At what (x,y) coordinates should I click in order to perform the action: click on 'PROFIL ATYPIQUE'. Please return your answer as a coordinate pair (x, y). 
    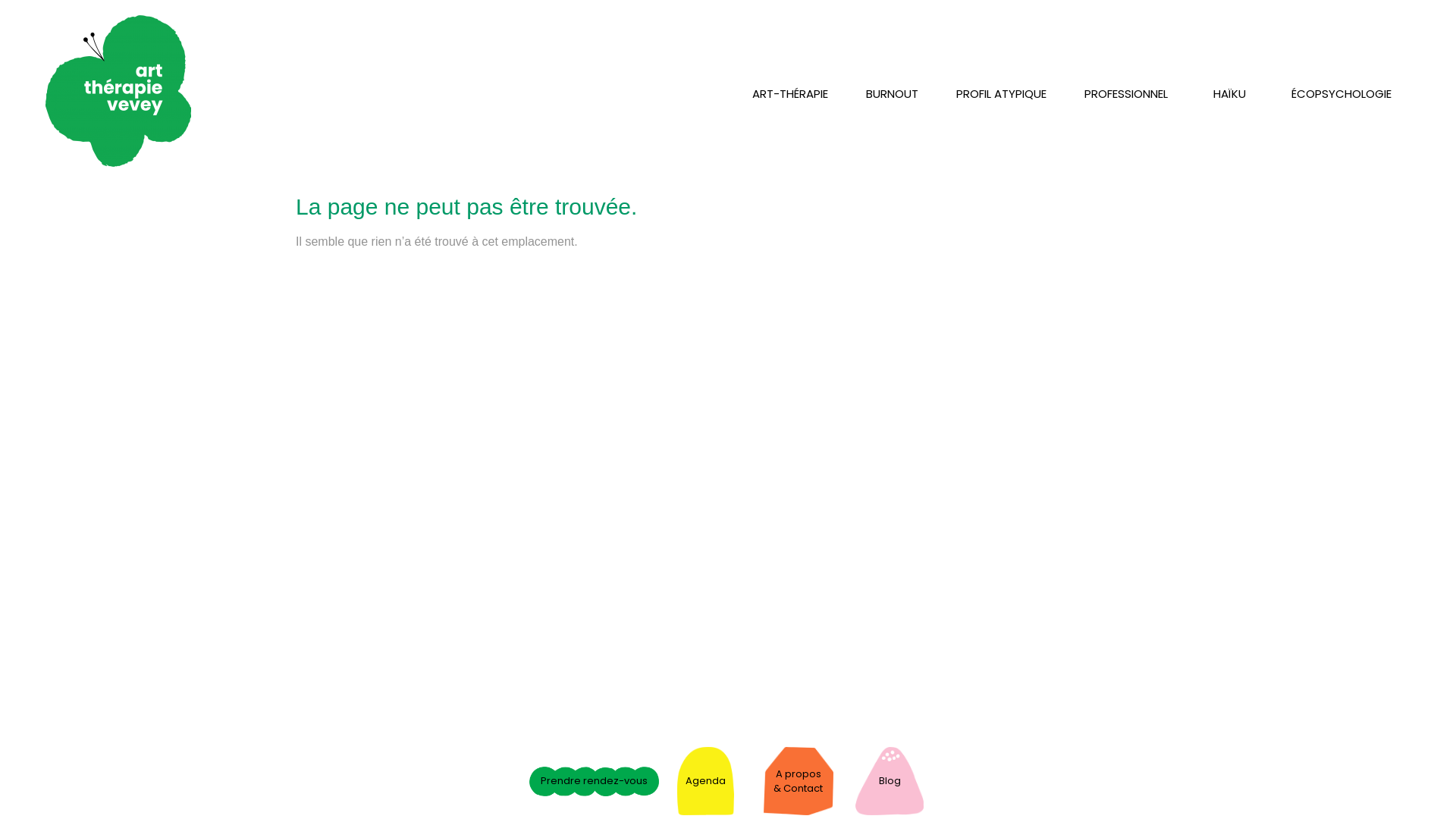
    Looking at the image, I should click on (1001, 93).